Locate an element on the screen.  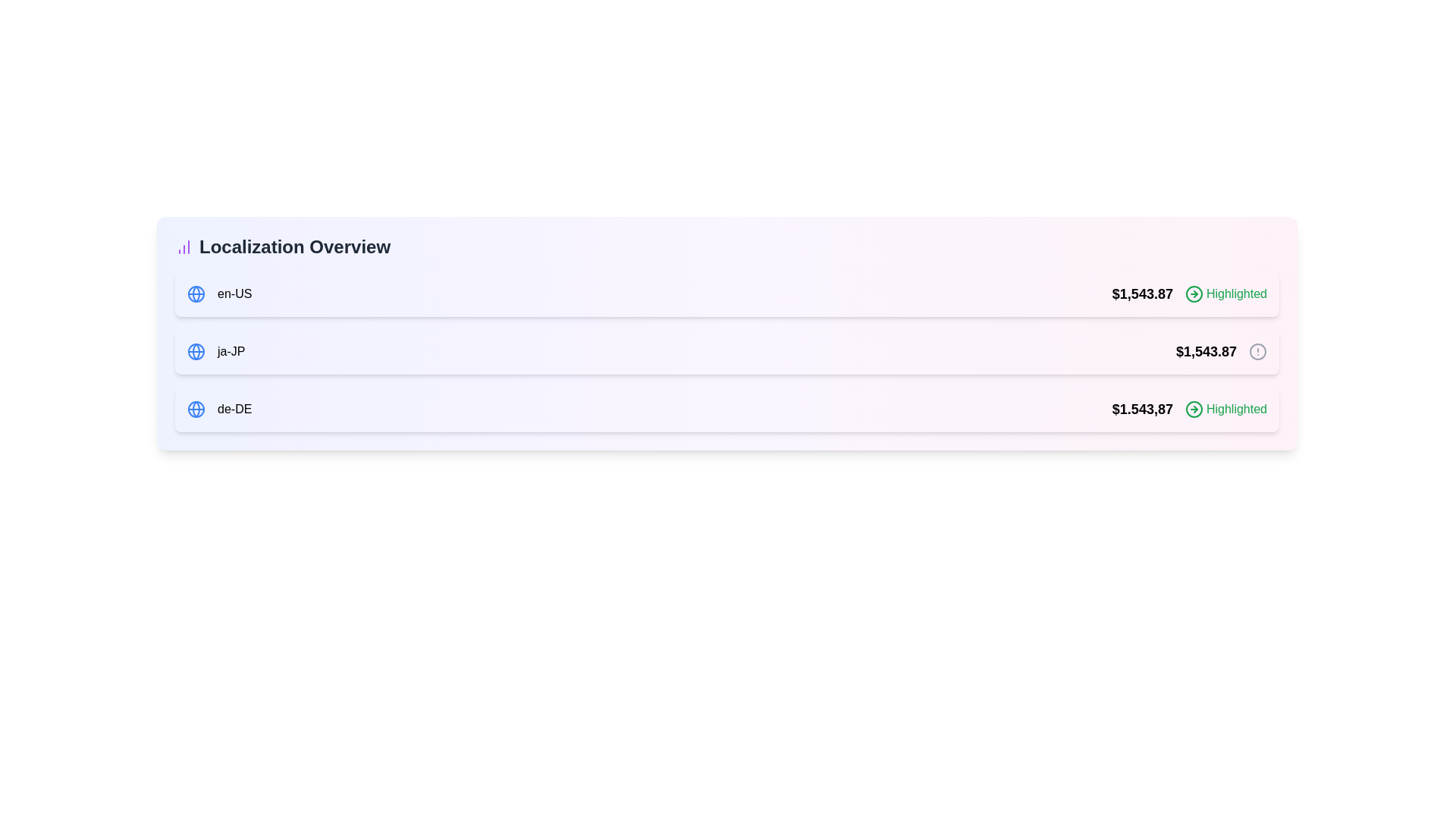
the circular alert icon with an exclamation point is located at coordinates (1258, 351).